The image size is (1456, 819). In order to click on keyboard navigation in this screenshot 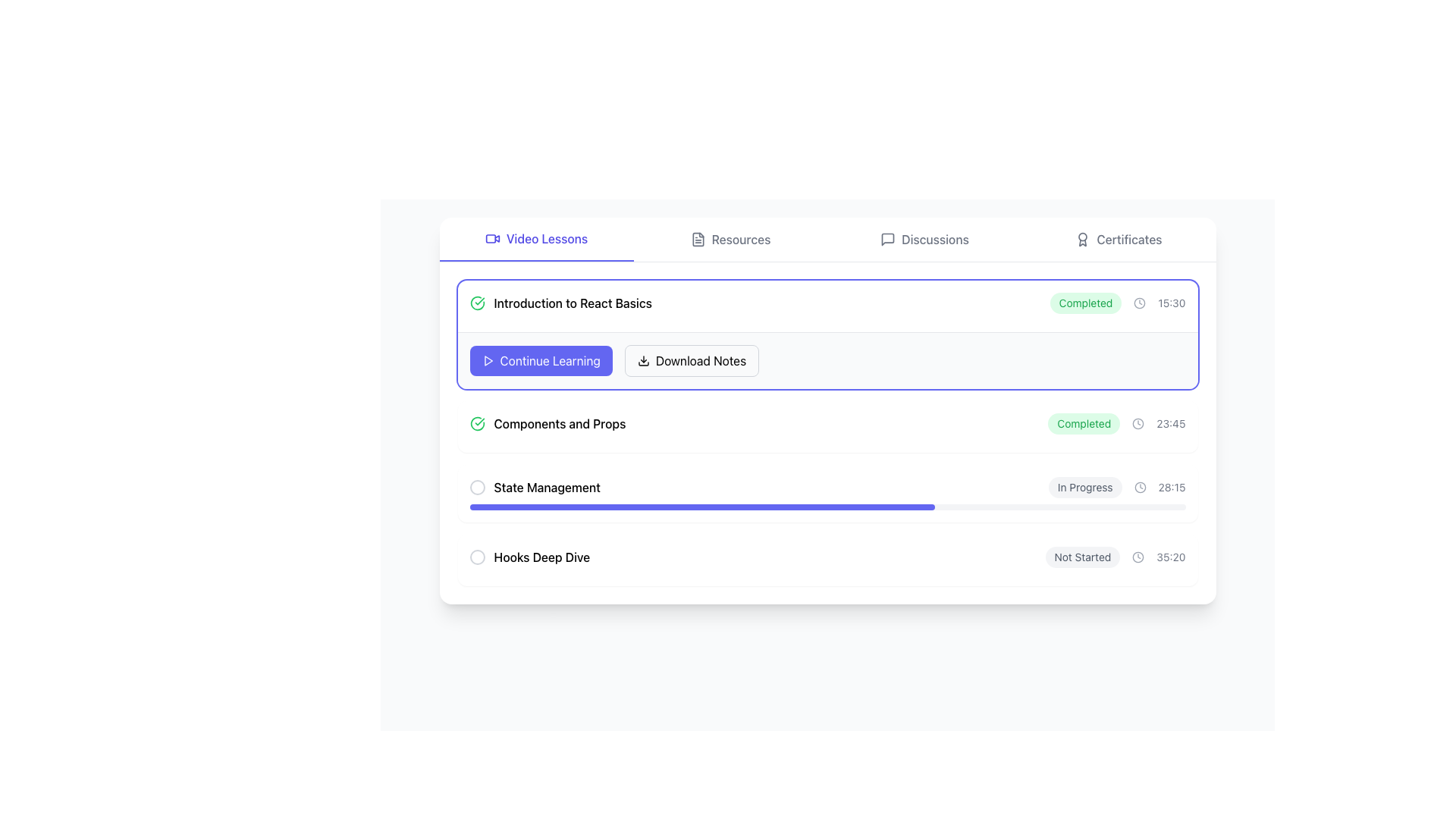, I will do `click(827, 303)`.